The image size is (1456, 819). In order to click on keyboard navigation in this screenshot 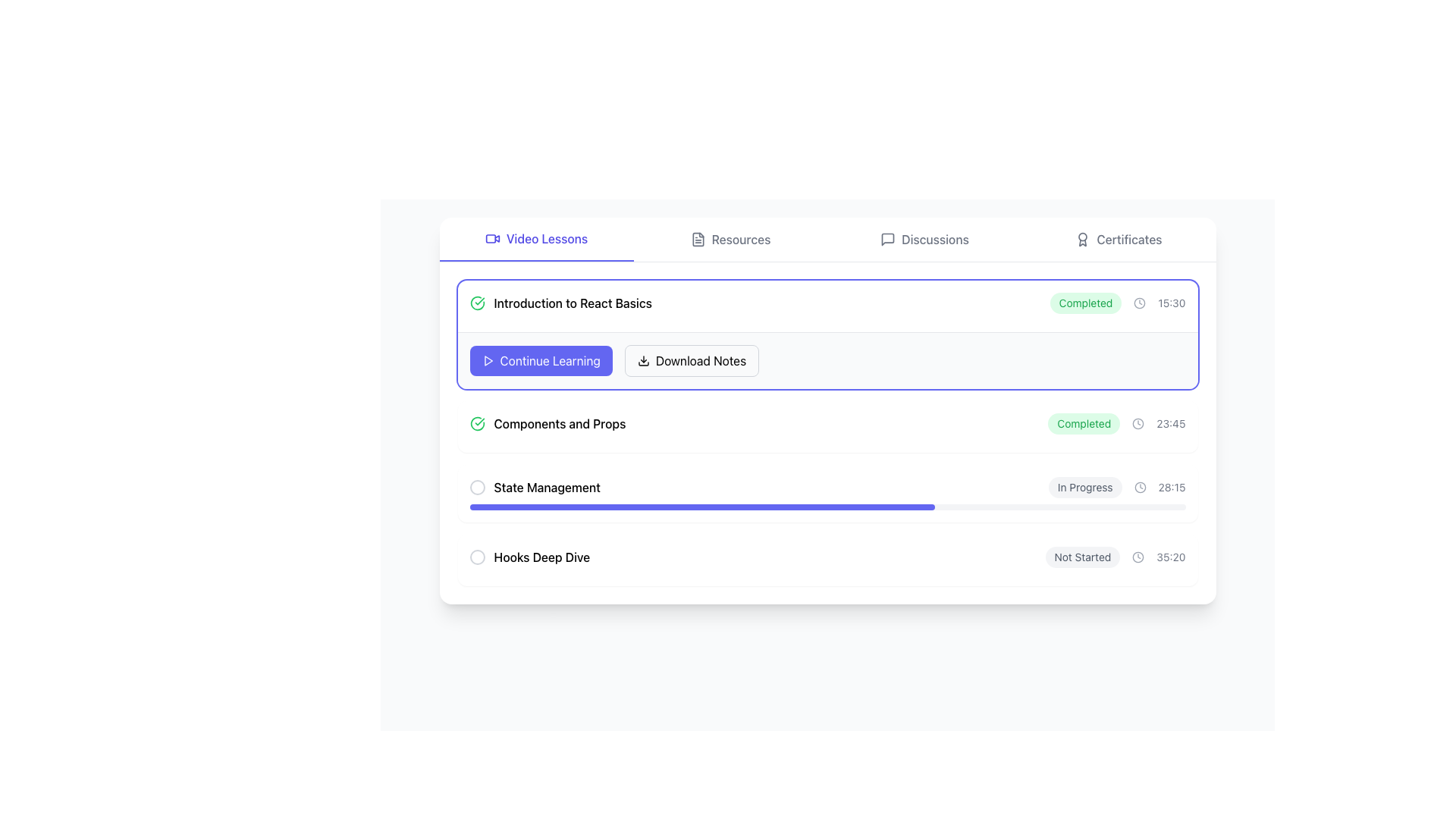, I will do `click(827, 303)`.